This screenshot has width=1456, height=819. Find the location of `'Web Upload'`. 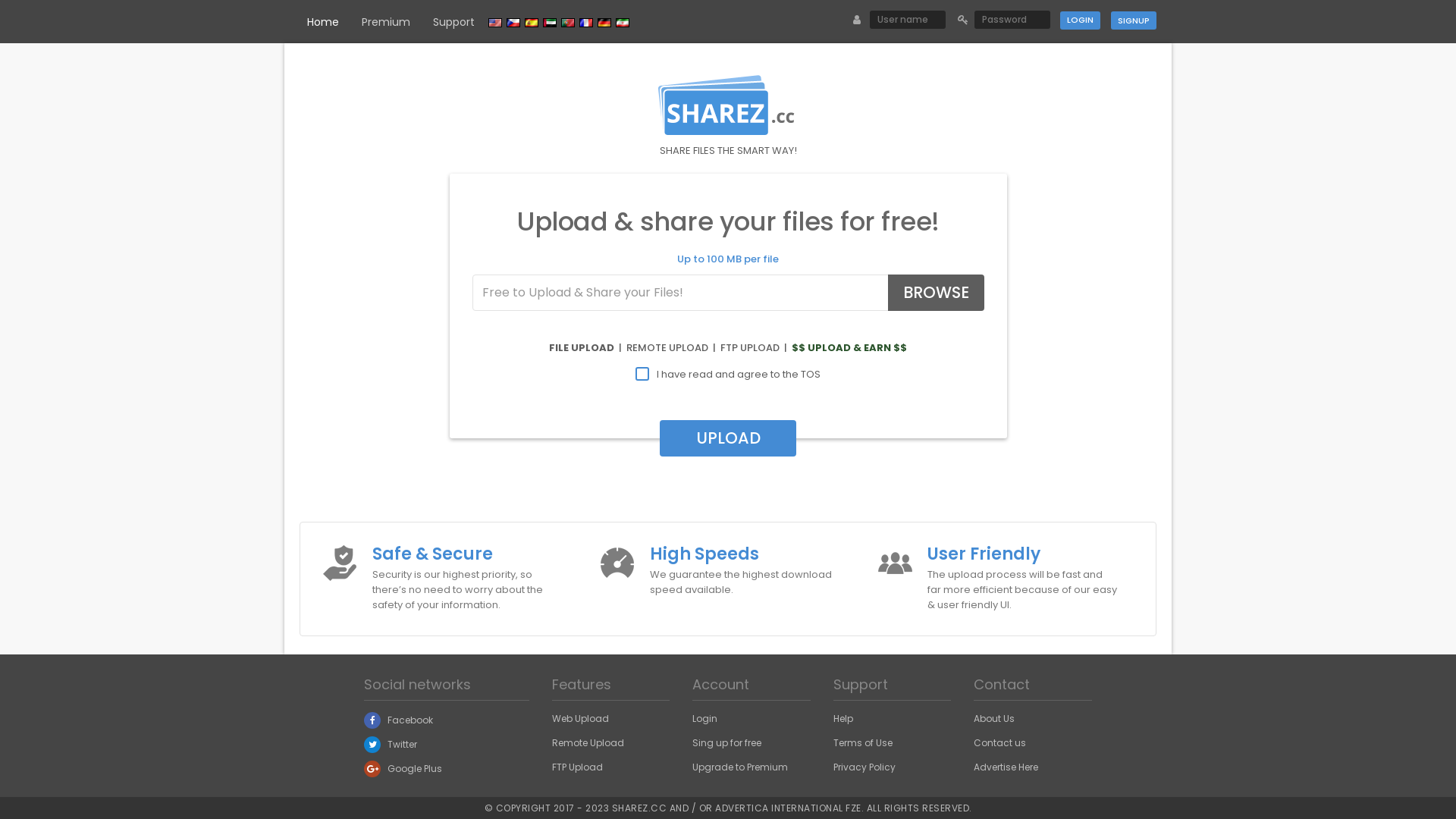

'Web Upload' is located at coordinates (579, 717).